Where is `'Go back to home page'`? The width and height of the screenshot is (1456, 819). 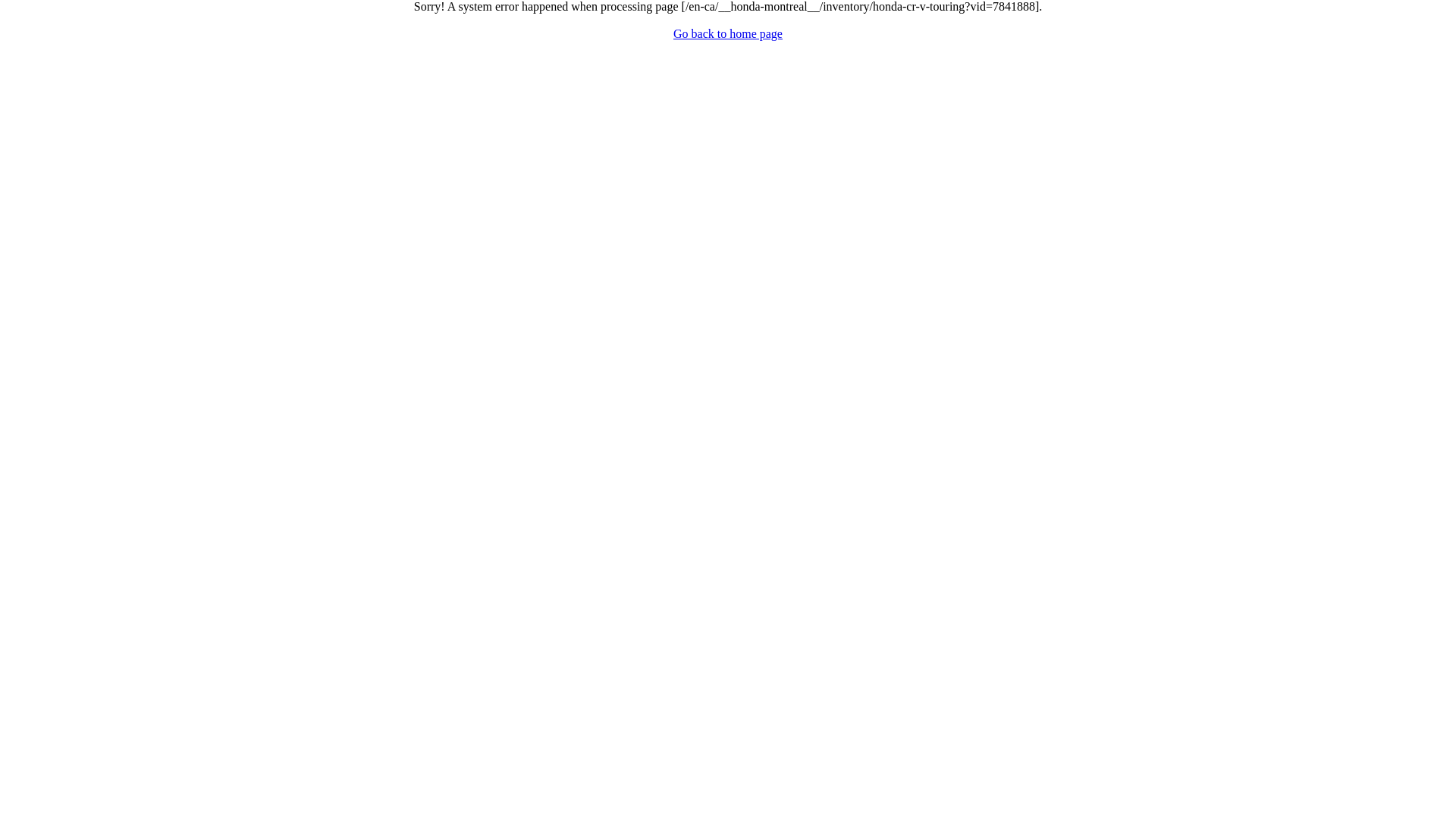 'Go back to home page' is located at coordinates (728, 33).